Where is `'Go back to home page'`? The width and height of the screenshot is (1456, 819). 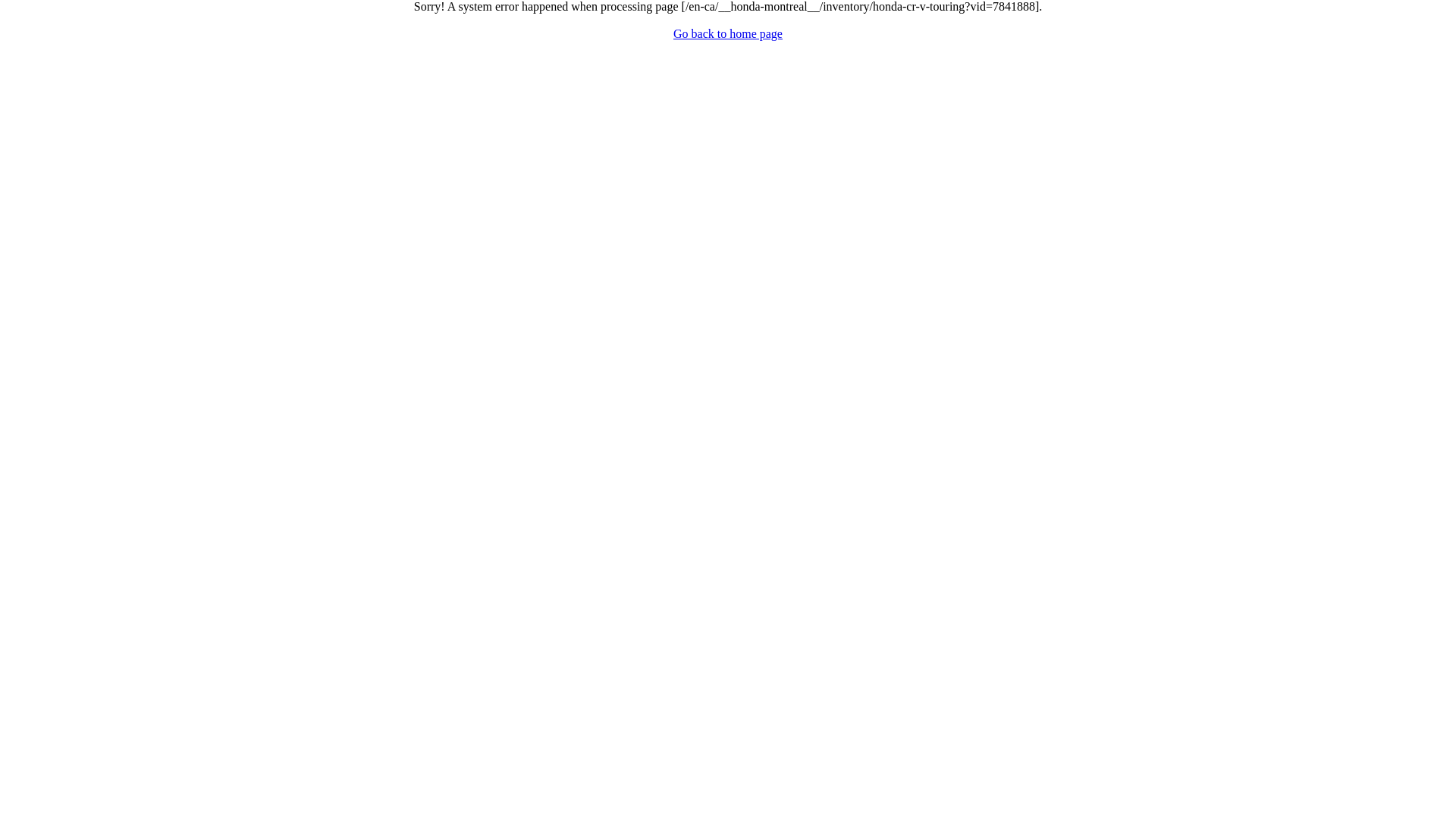 'Go back to home page' is located at coordinates (728, 33).